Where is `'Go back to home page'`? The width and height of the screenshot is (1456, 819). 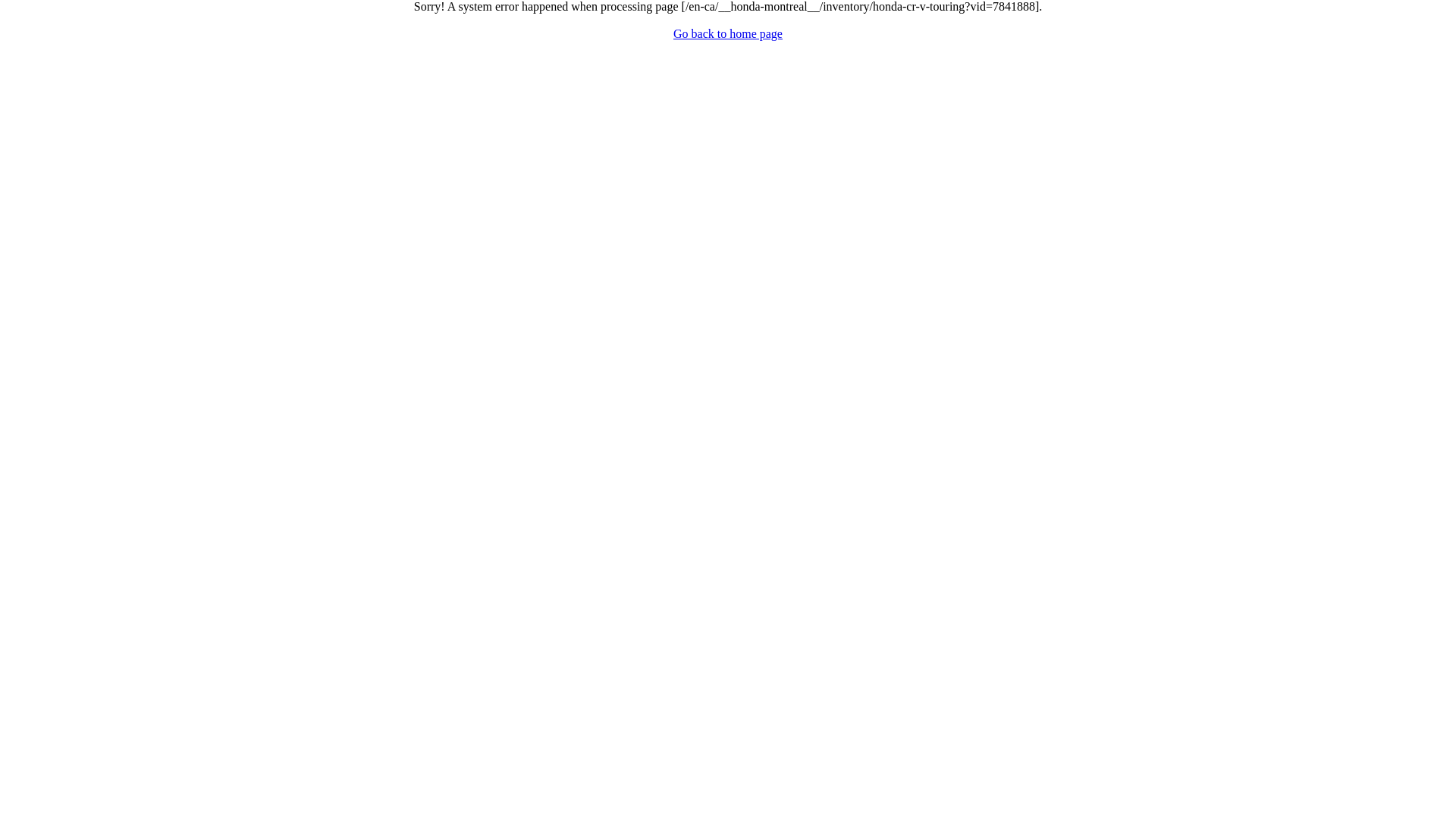 'Go back to home page' is located at coordinates (728, 33).